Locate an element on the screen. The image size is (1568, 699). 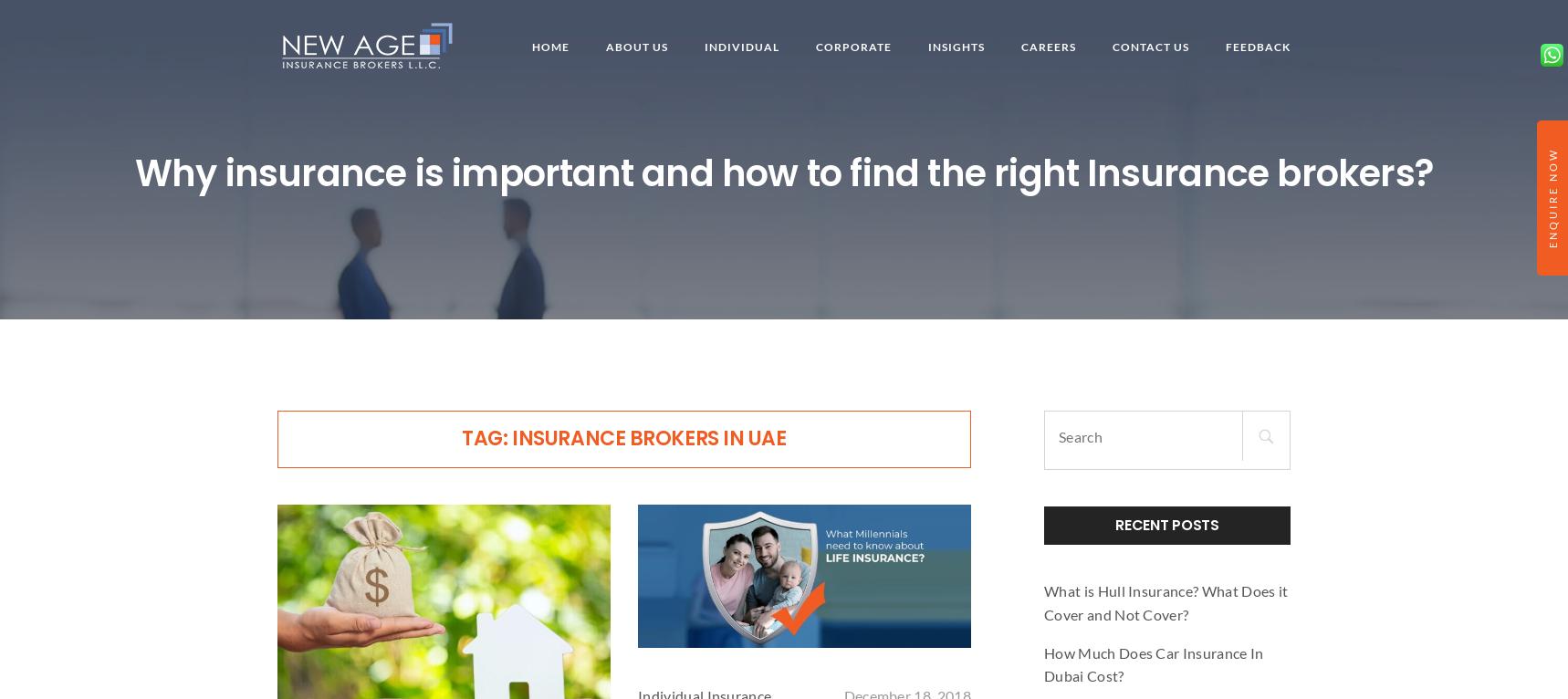
'Feedback' is located at coordinates (1257, 47).